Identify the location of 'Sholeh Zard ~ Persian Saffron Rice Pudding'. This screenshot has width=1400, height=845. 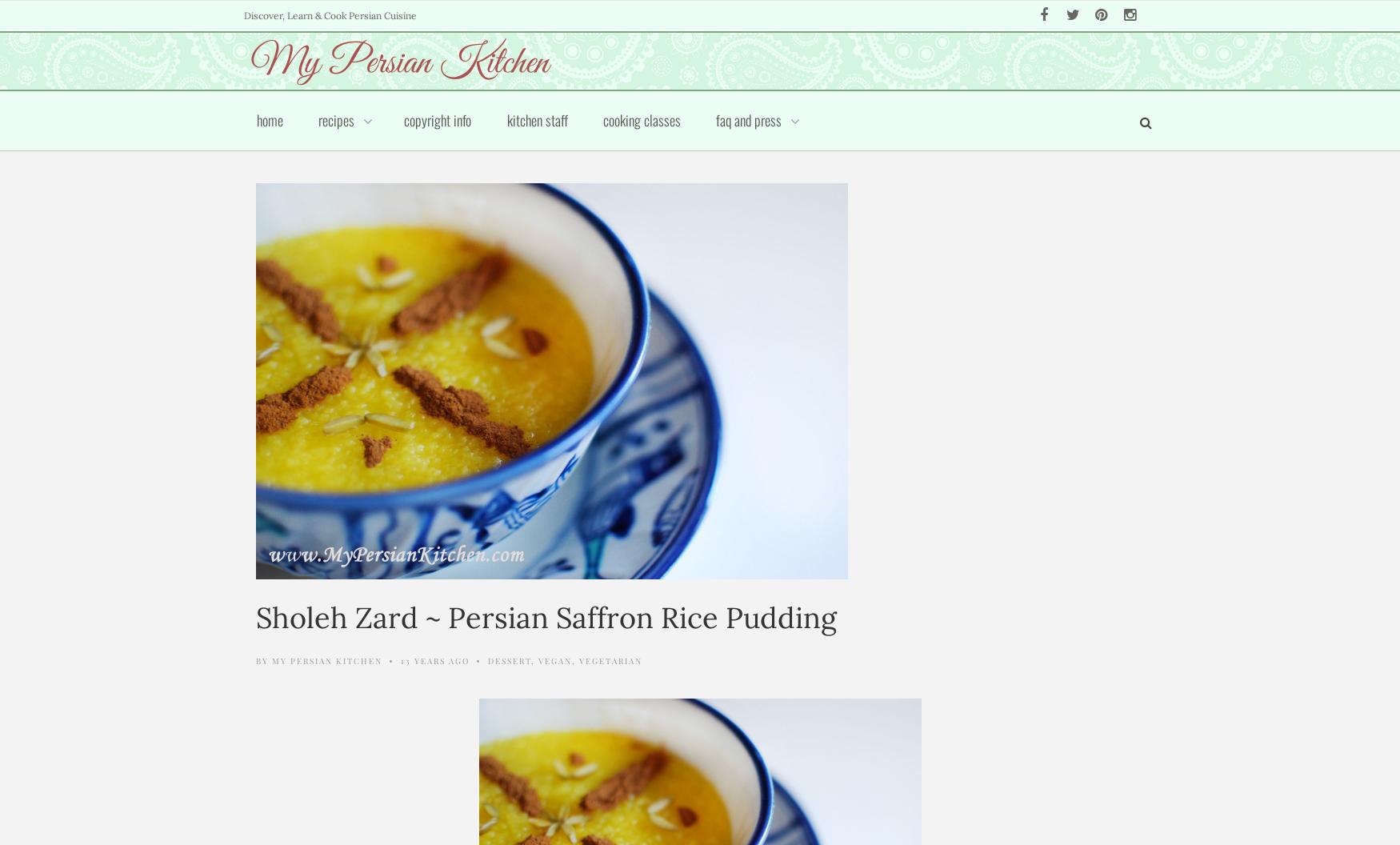
(256, 617).